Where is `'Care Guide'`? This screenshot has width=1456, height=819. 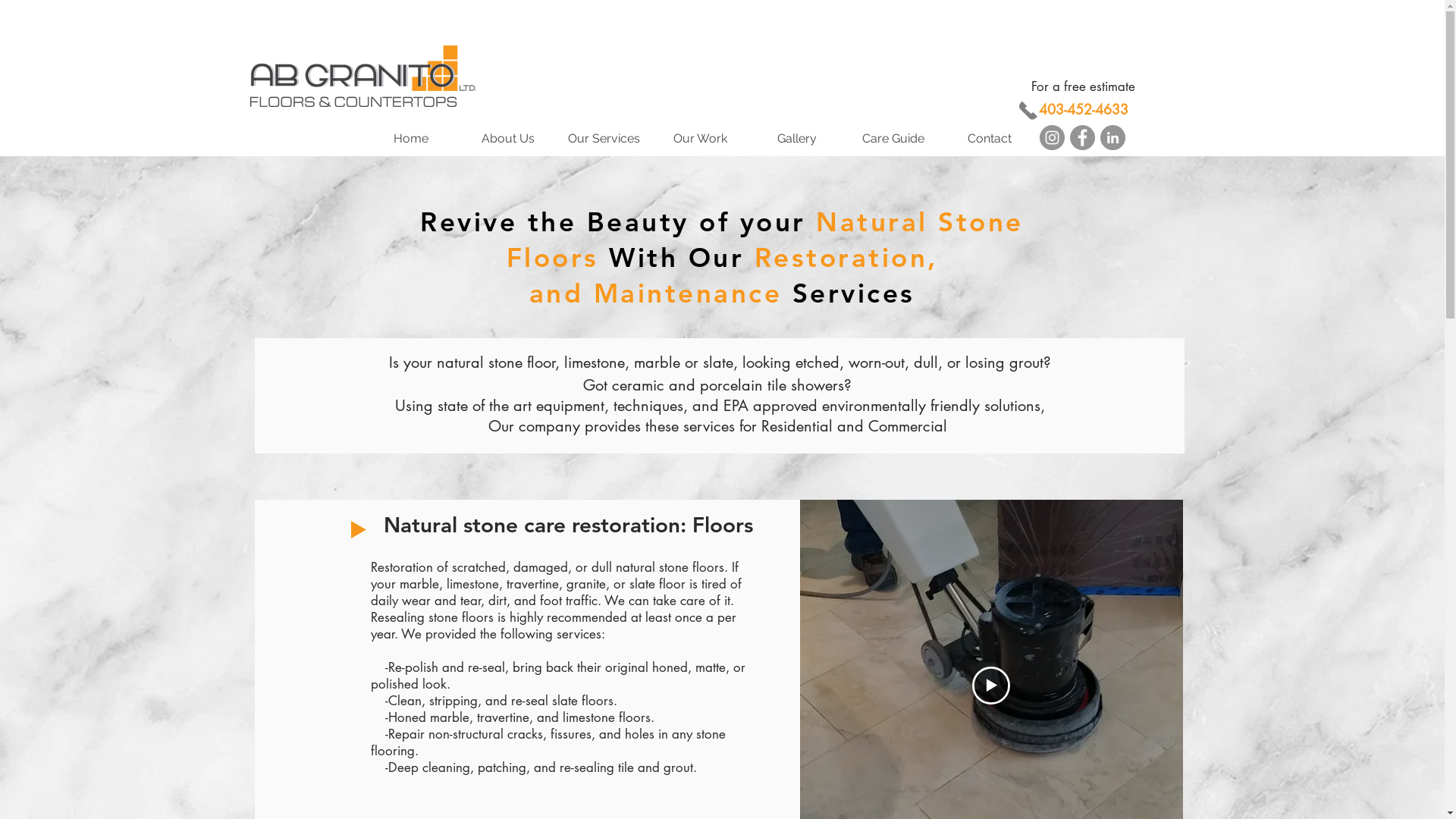 'Care Guide' is located at coordinates (843, 138).